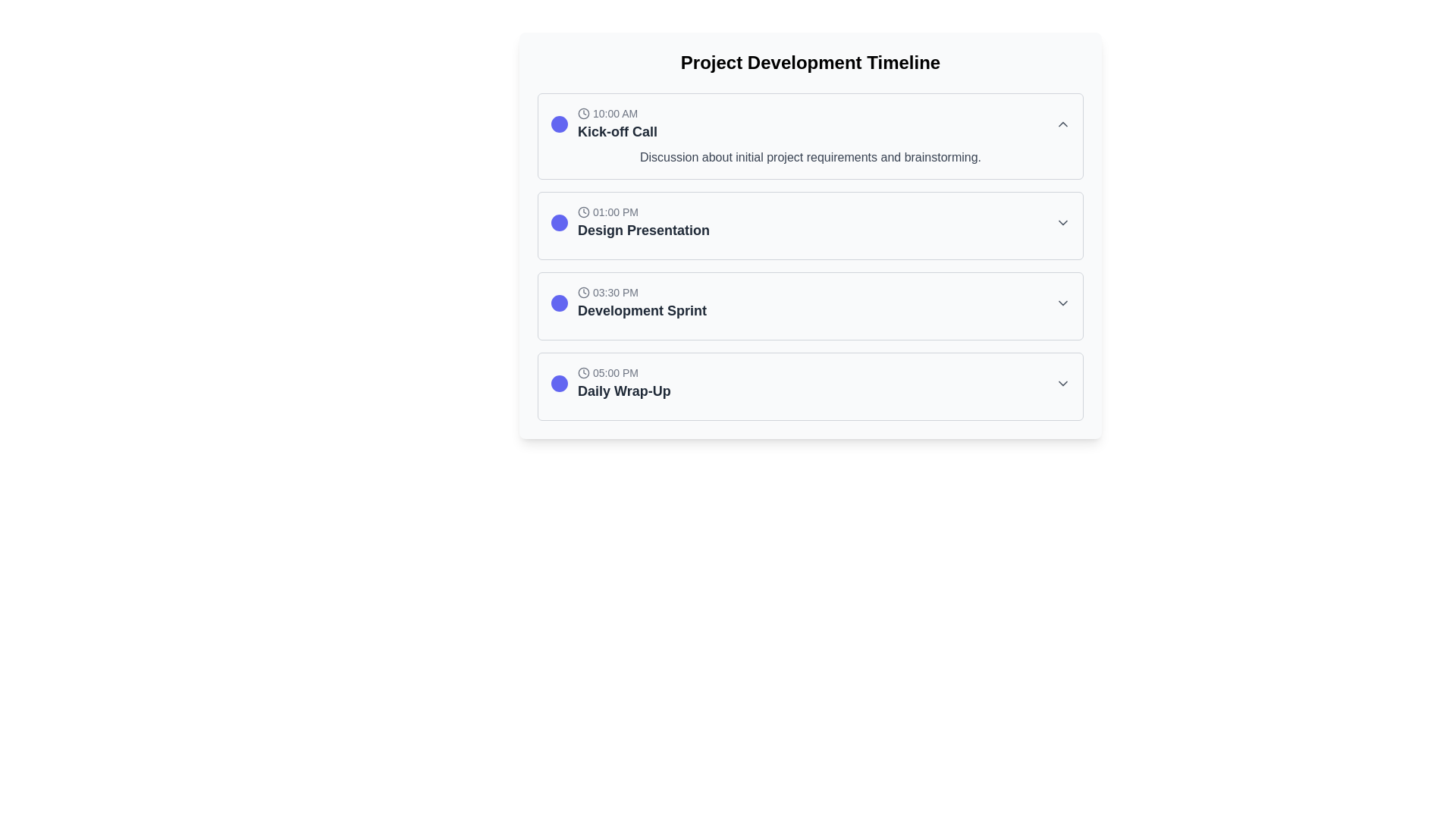 The image size is (1456, 819). What do you see at coordinates (810, 385) in the screenshot?
I see `the fourth Collapsible List Item under the 'Project Development Timeline'` at bounding box center [810, 385].